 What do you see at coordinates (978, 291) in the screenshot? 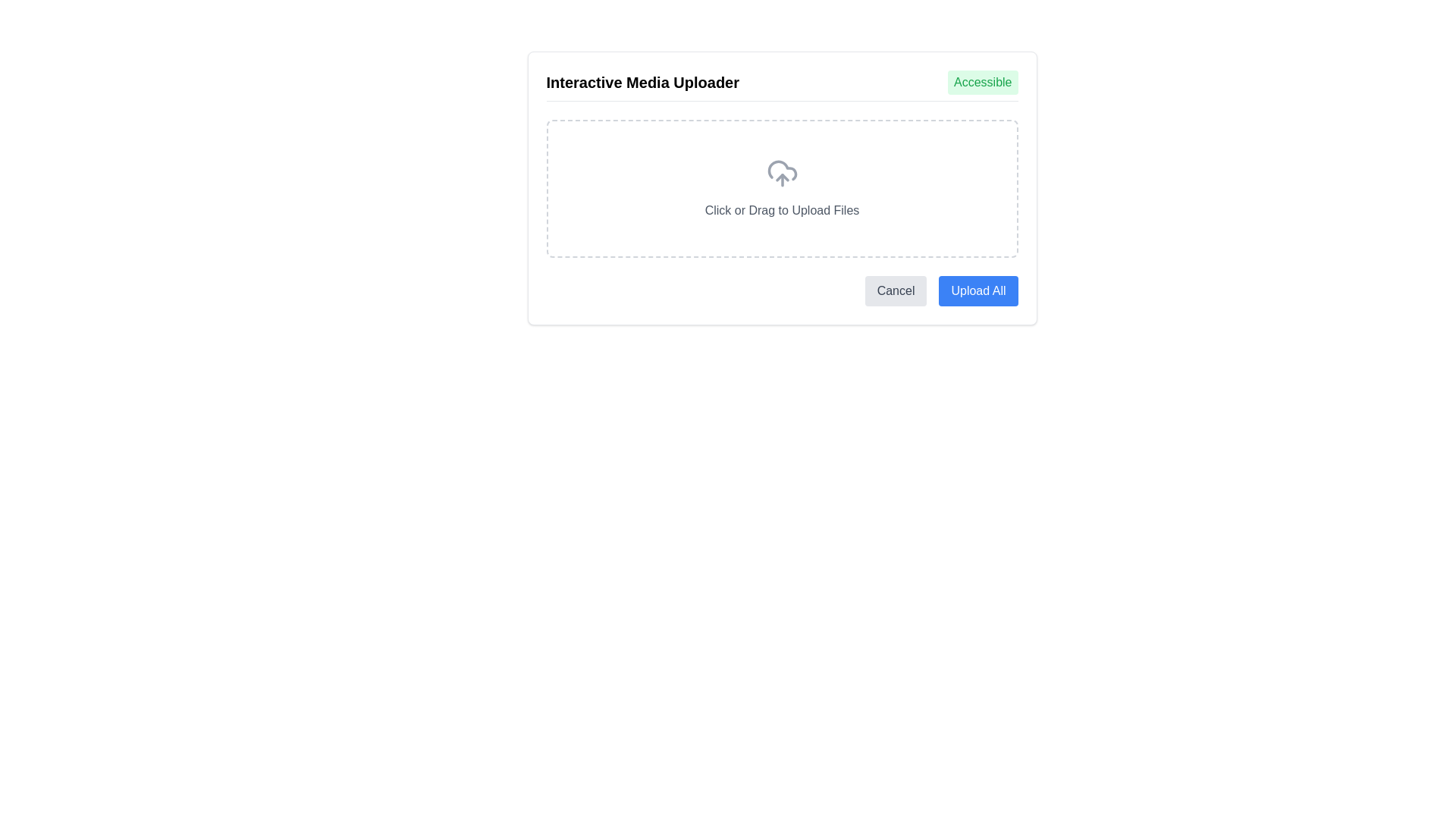
I see `the bright blue button with 'Upload All' text` at bounding box center [978, 291].